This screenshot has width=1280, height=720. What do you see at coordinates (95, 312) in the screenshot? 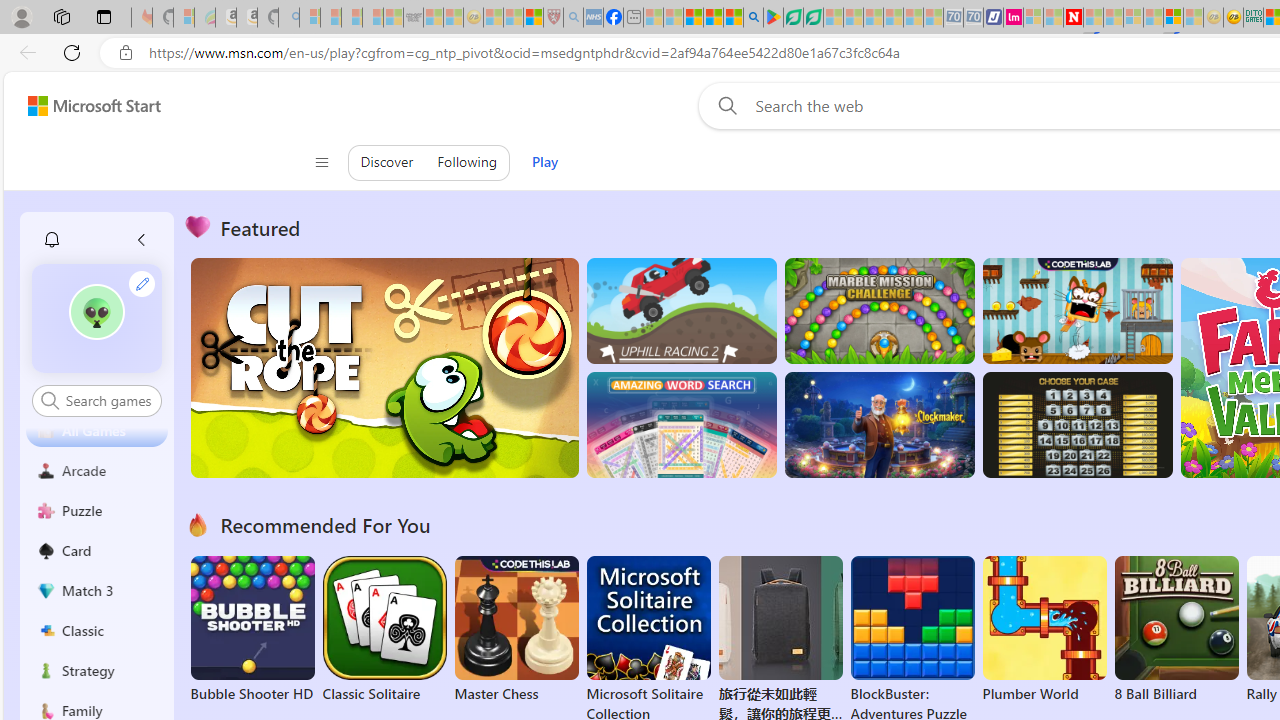
I see `'""'` at bounding box center [95, 312].